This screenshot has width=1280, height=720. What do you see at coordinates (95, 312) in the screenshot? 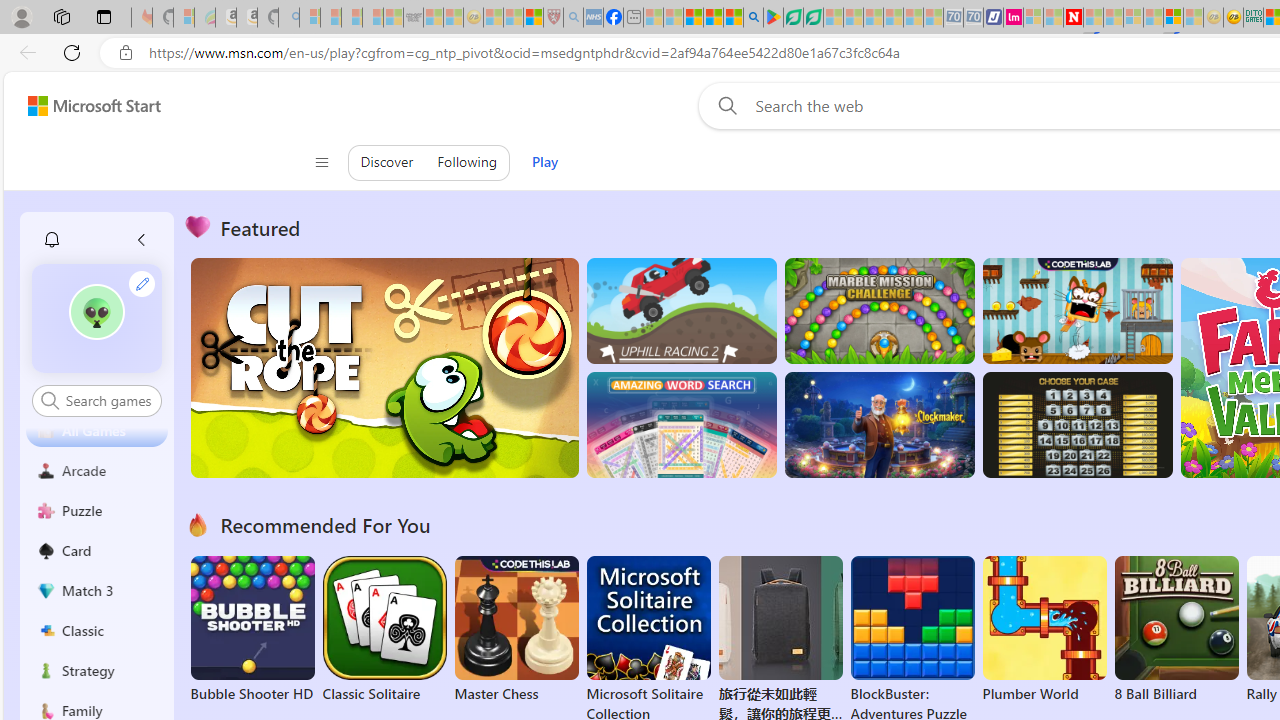
I see `'""'` at bounding box center [95, 312].